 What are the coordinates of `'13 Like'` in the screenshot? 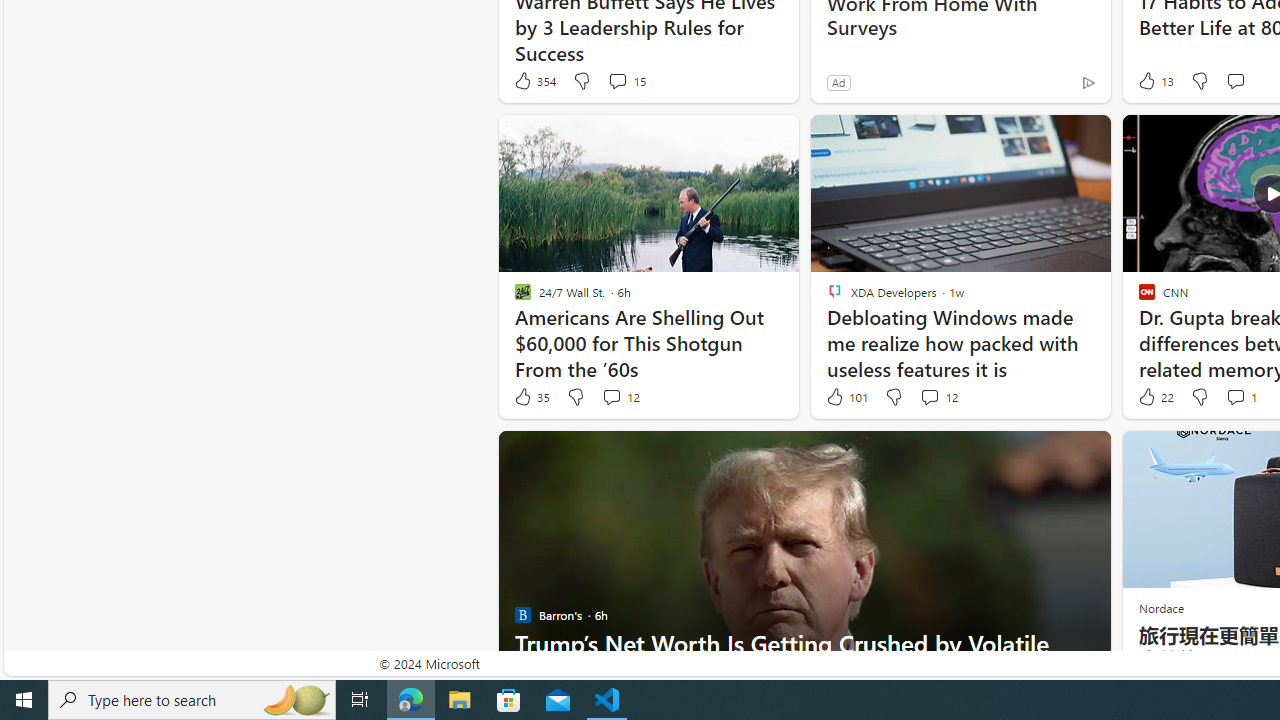 It's located at (1154, 80).